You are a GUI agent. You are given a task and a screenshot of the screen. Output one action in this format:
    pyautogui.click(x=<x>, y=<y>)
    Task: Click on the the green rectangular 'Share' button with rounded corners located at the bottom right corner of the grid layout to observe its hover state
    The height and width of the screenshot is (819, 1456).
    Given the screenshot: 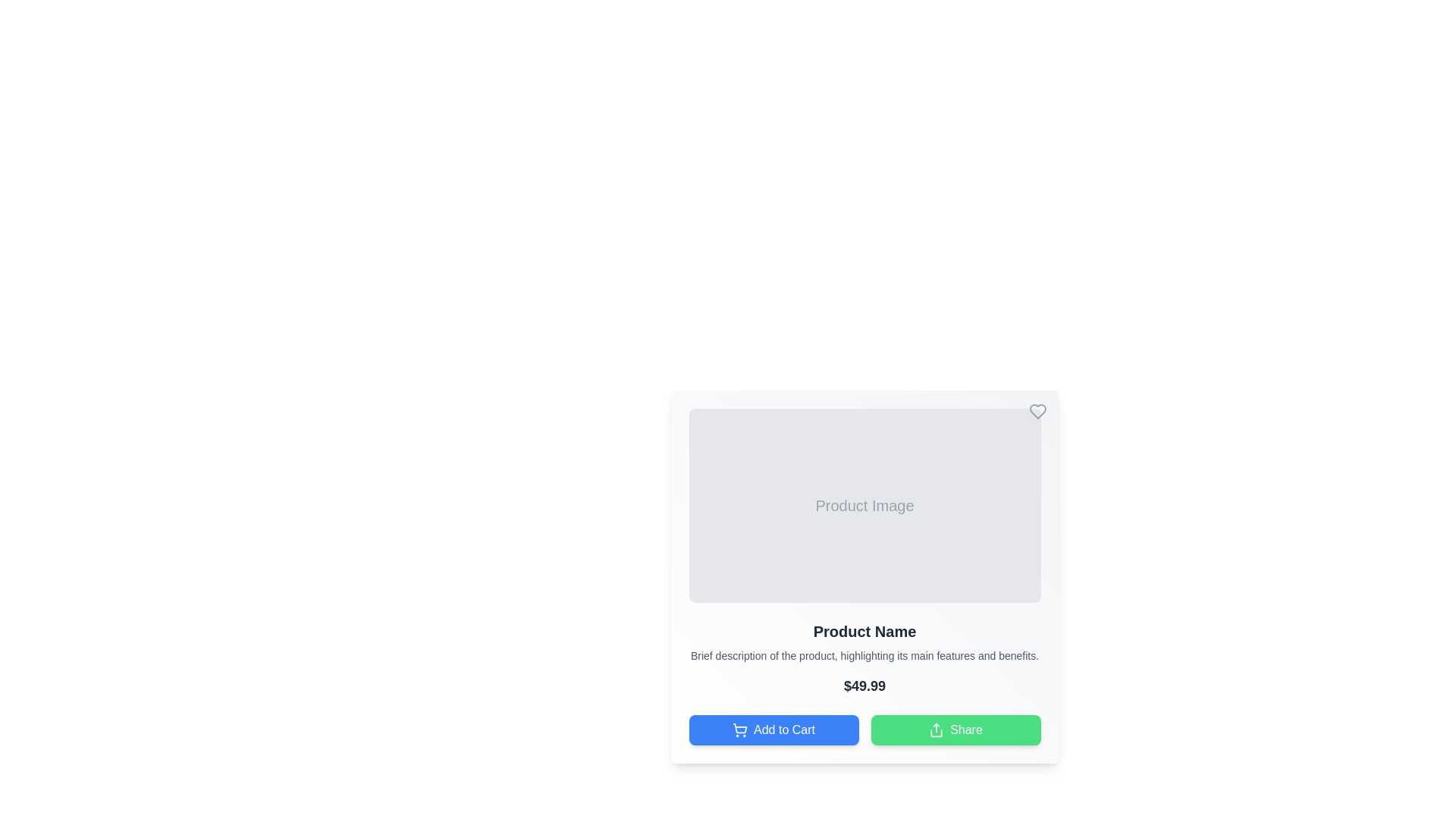 What is the action you would take?
    pyautogui.click(x=955, y=730)
    